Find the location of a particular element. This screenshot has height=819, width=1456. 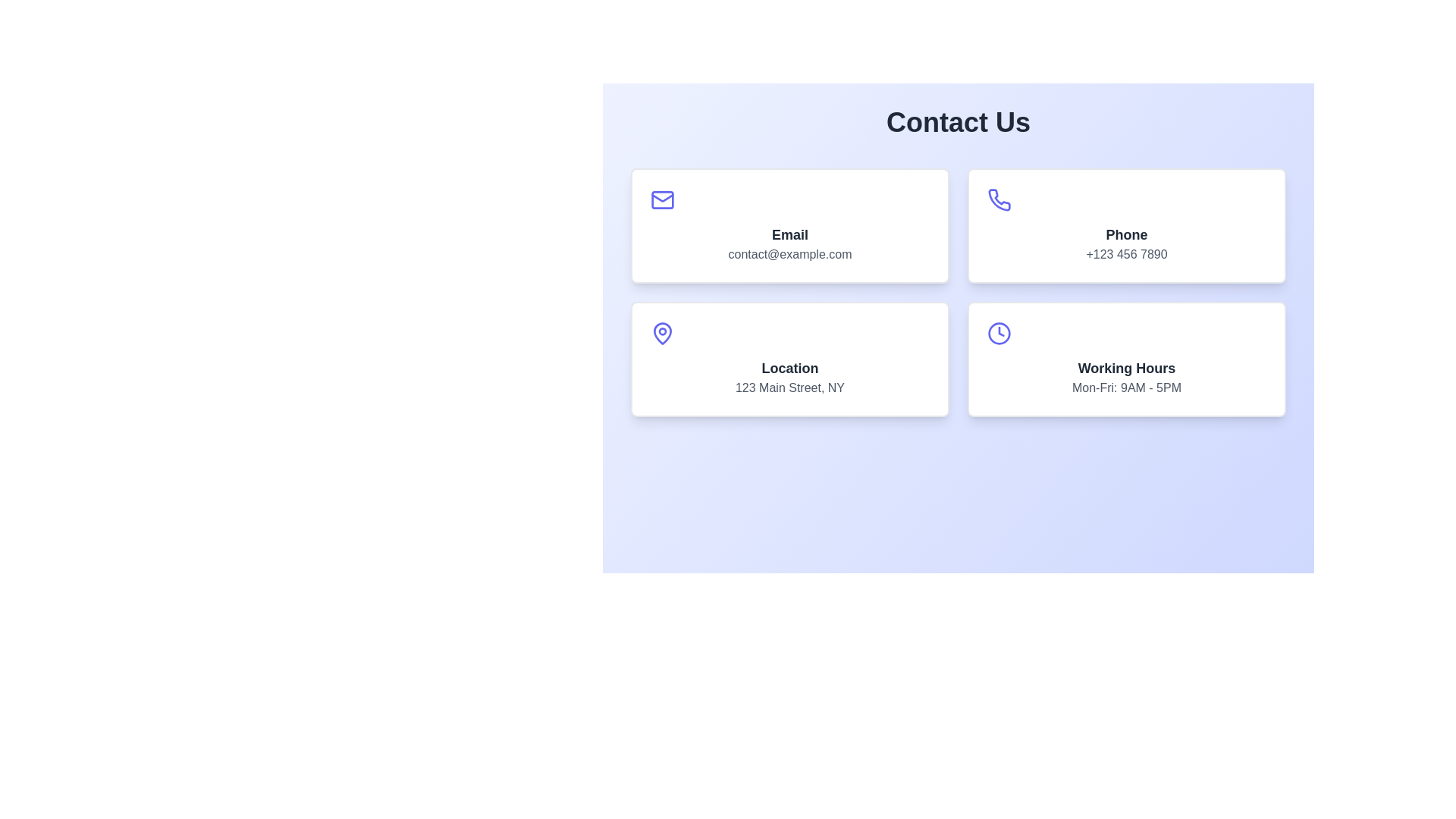

the Location card, which features a blue pin icon, a bold 'Location' label, and a subtitle '123 Main Street, NY'. This card has a white background, light gray border, and rounded corners, located in the lower-left quadrant of the grid layout is located at coordinates (789, 359).